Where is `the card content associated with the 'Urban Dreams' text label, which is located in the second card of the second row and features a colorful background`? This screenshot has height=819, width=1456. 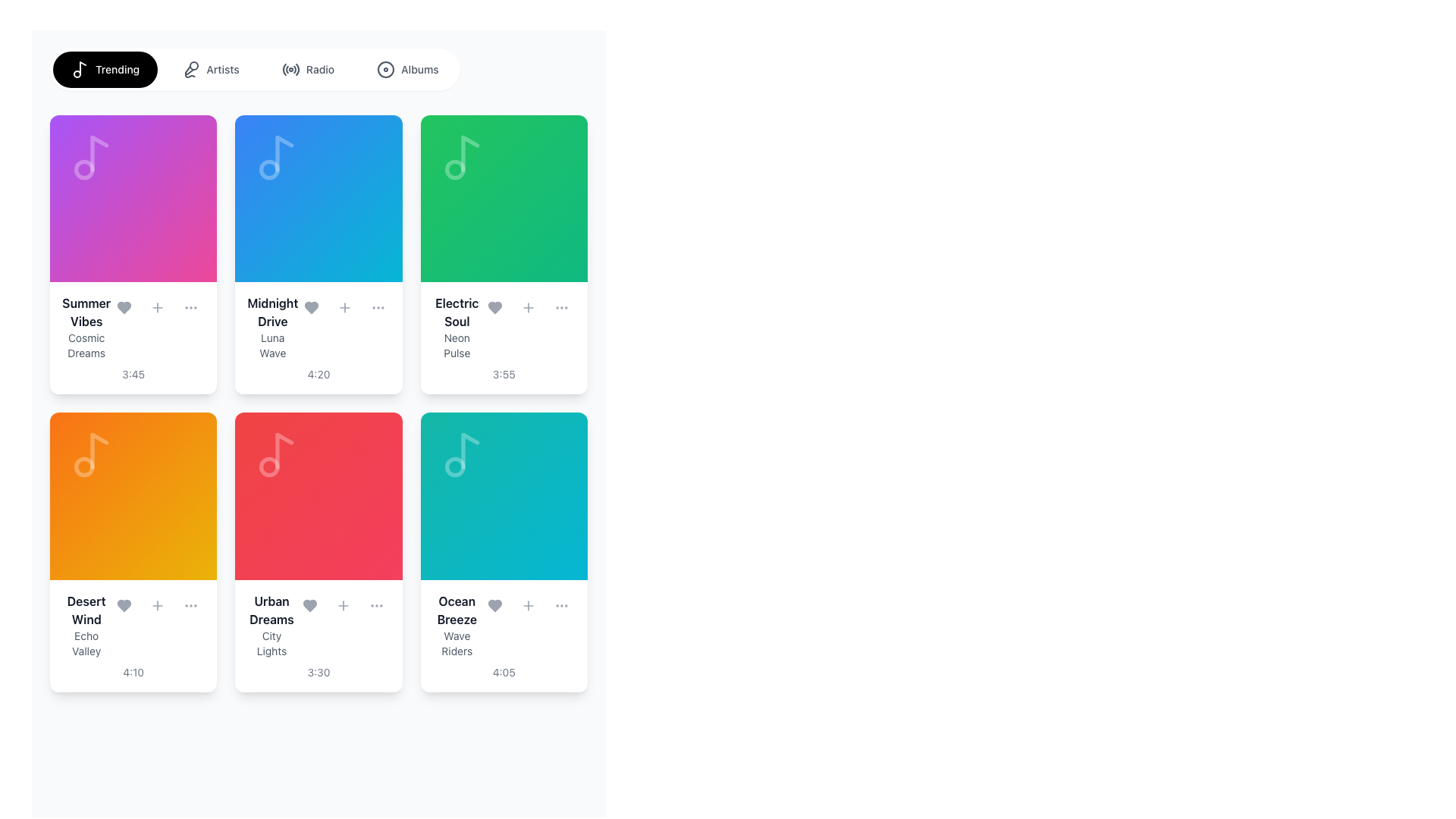 the card content associated with the 'Urban Dreams' text label, which is located in the second card of the second row and features a colorful background is located at coordinates (271, 625).